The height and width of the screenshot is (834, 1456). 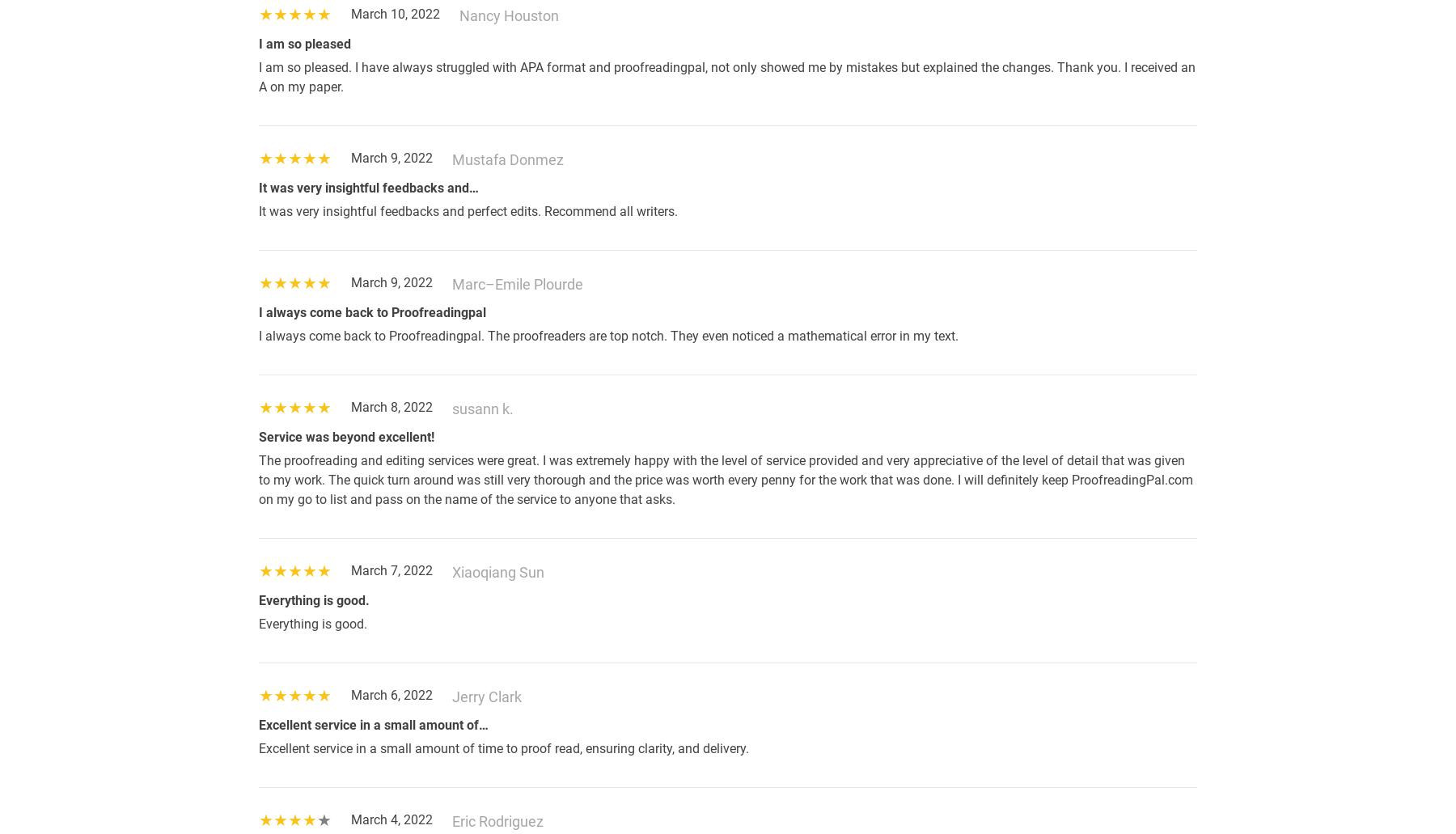 I want to click on 'susann k.', so click(x=451, y=409).